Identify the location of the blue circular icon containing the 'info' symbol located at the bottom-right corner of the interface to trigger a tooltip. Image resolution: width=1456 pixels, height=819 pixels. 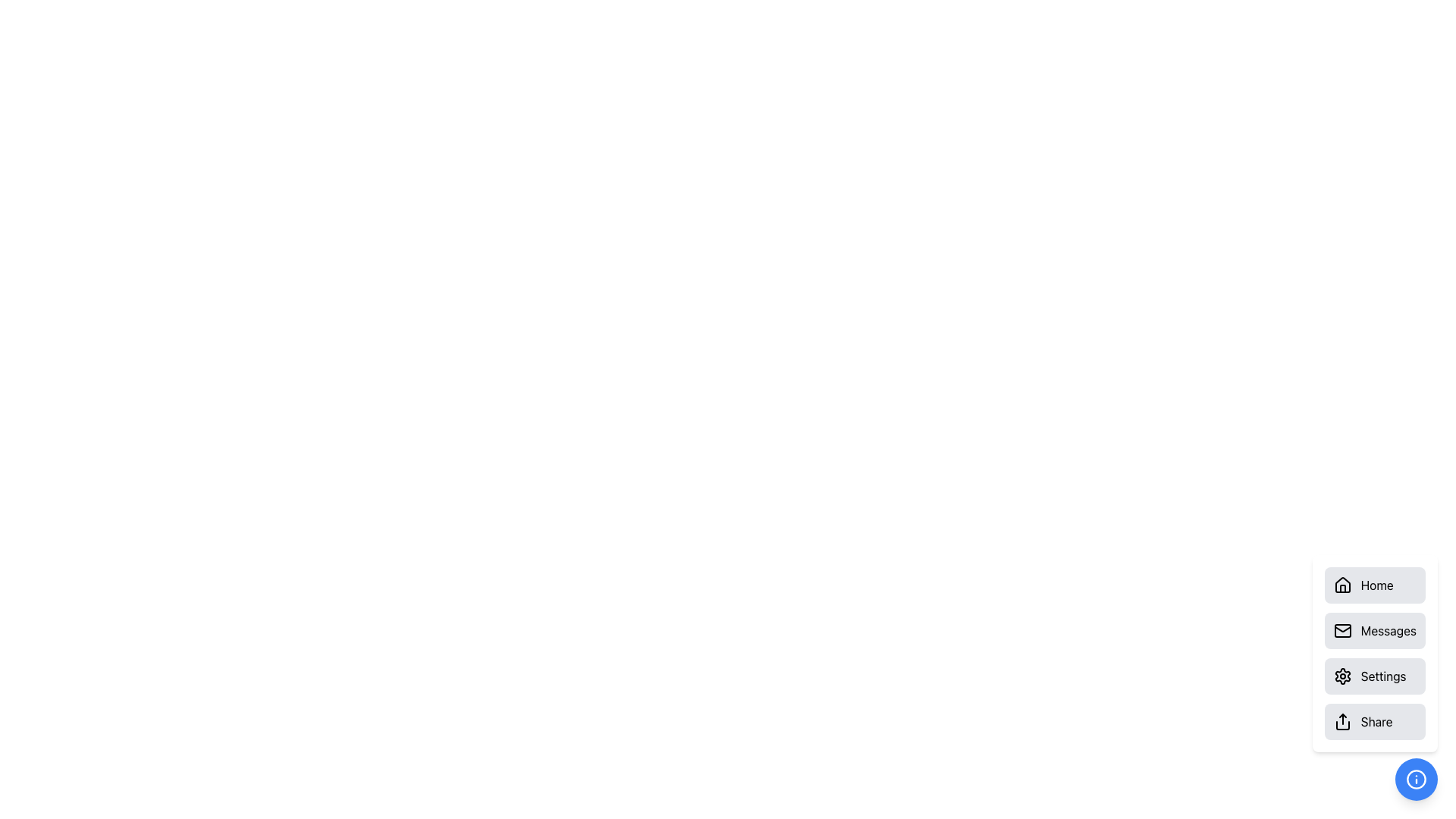
(1415, 780).